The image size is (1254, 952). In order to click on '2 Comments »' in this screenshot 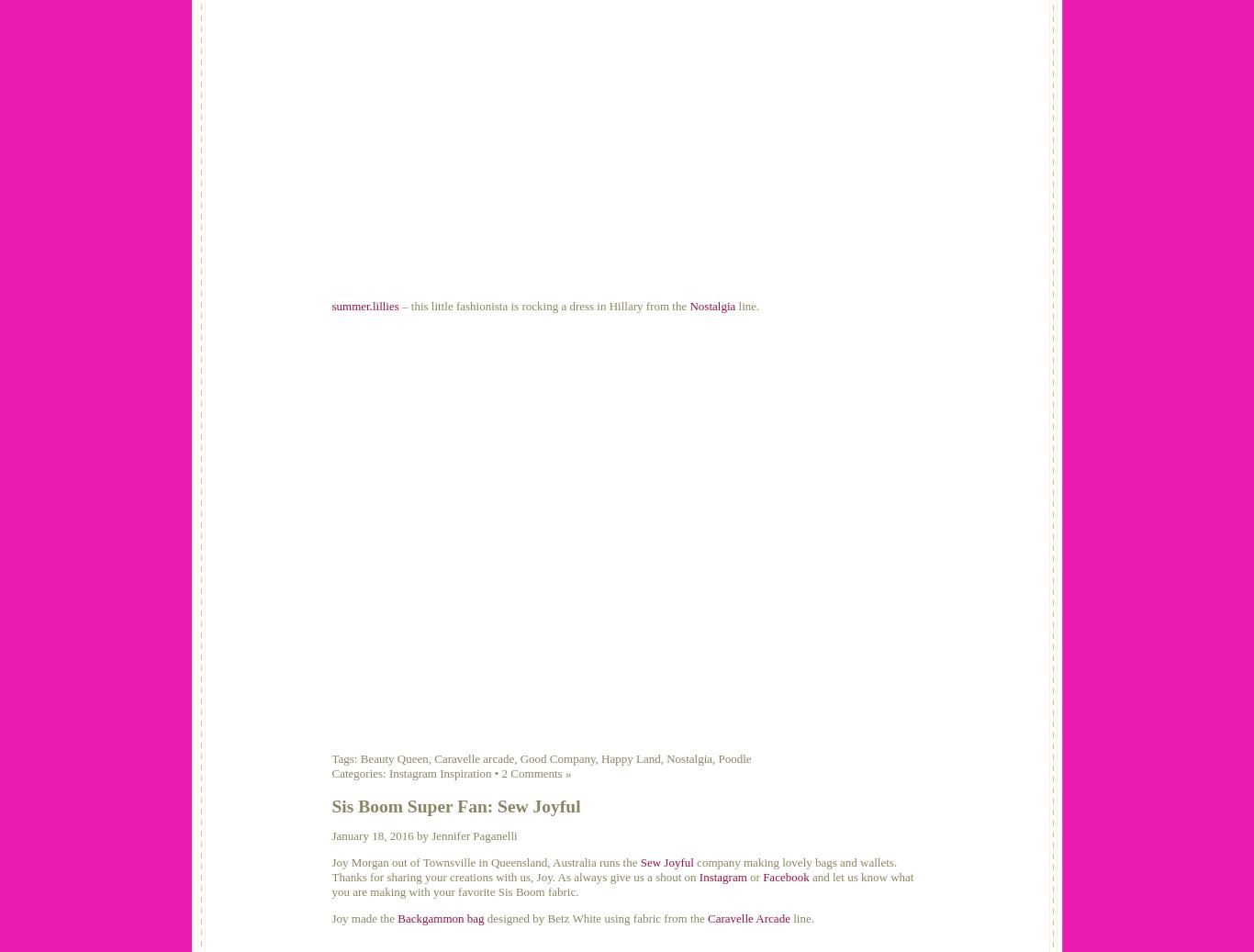, I will do `click(534, 773)`.